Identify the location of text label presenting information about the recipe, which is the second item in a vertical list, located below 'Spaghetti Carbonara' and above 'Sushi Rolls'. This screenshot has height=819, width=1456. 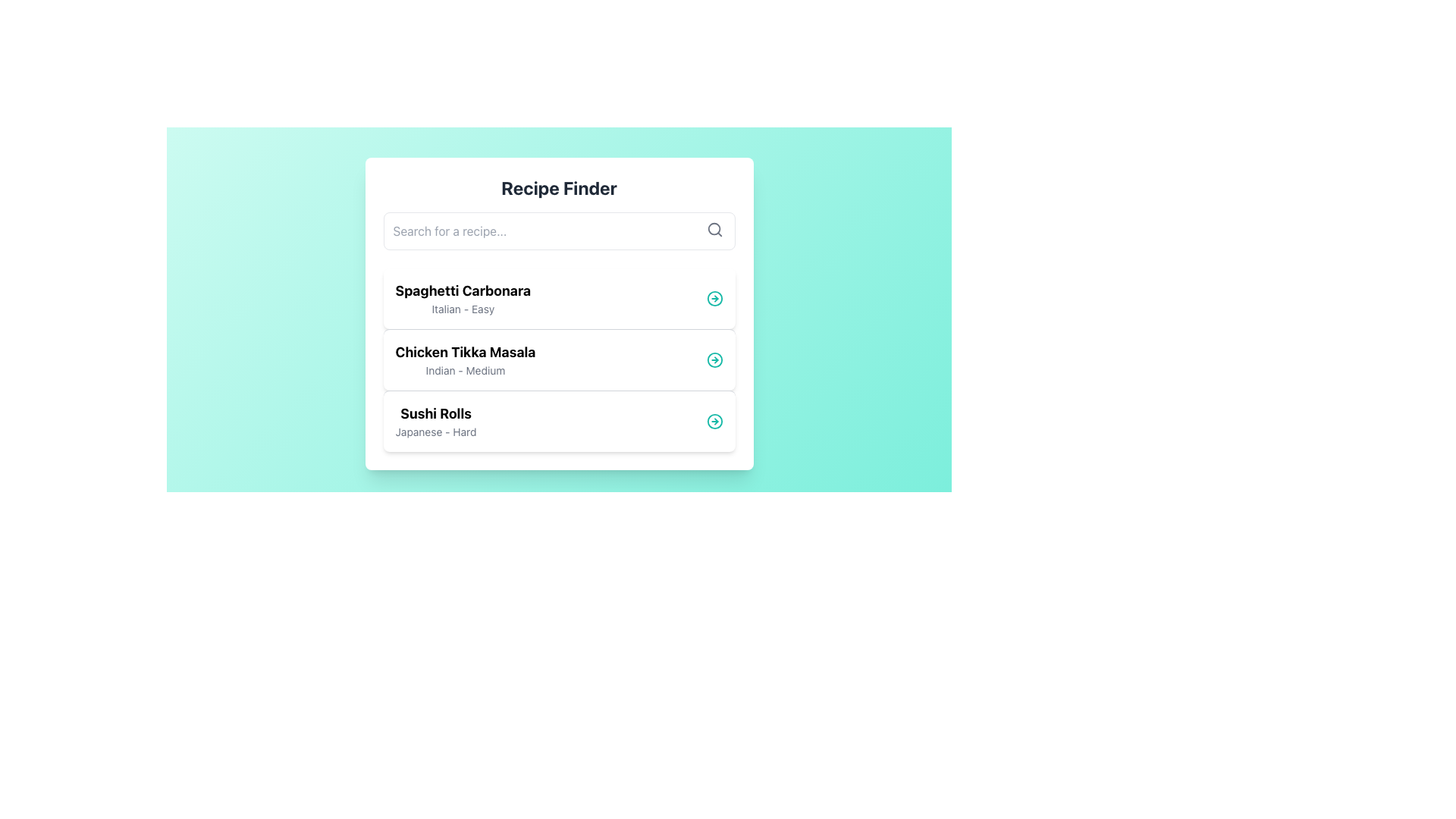
(465, 359).